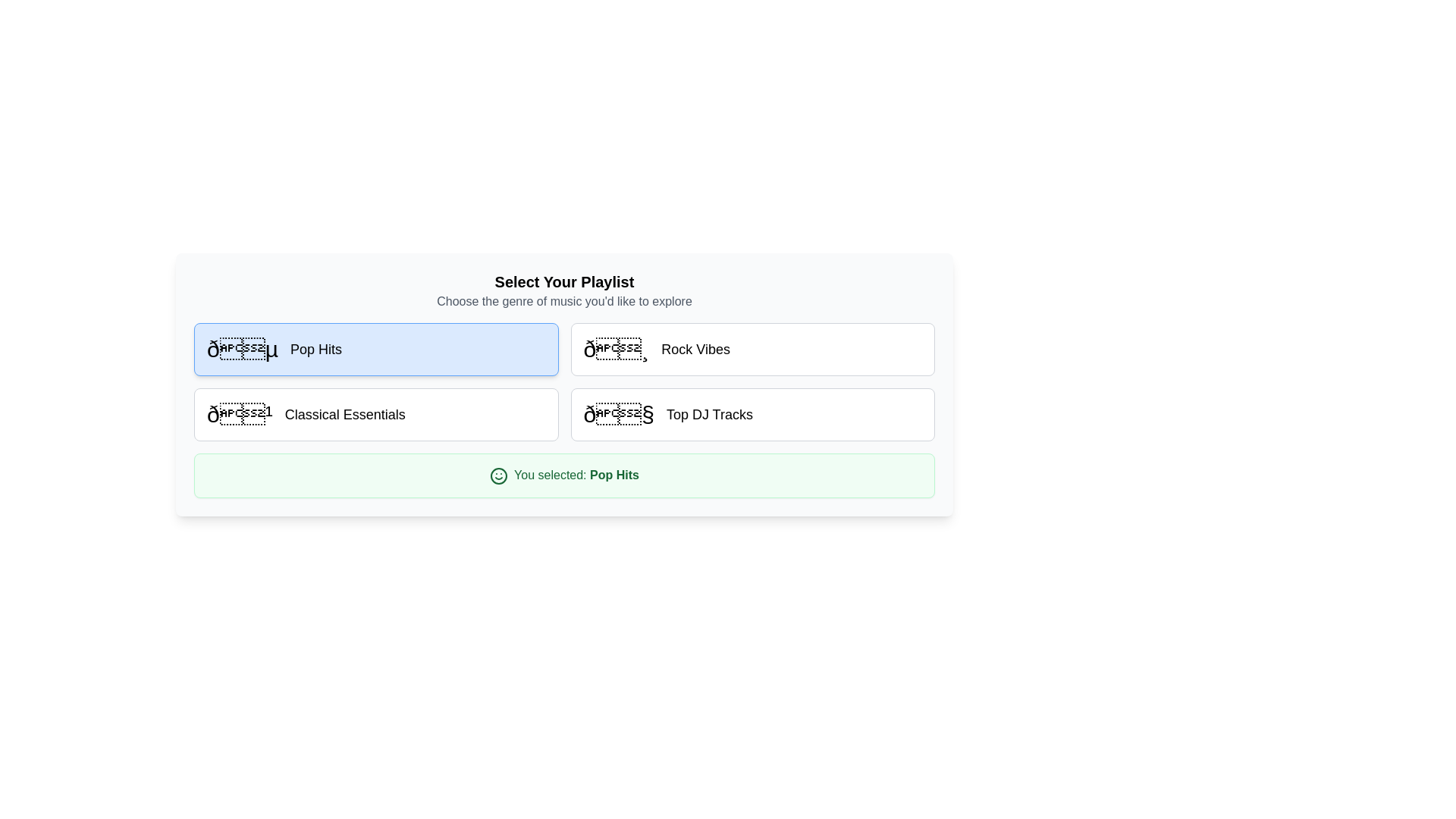 The image size is (1456, 819). I want to click on the decorative symbol for the 'Pop Hits' playlist category located in the blue button at the top-left corner of the button grid, so click(243, 350).